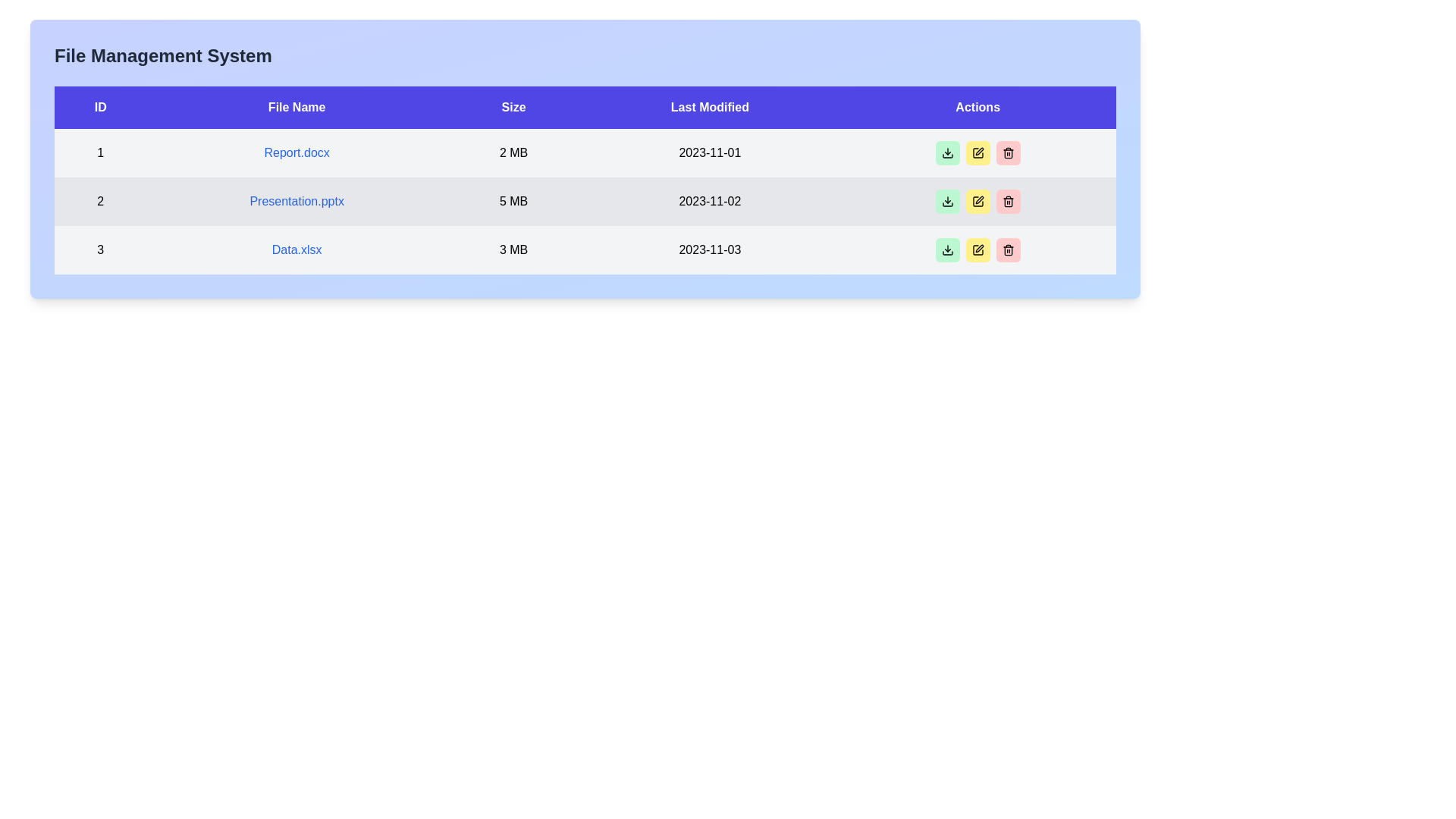 Image resolution: width=1456 pixels, height=819 pixels. Describe the element at coordinates (977, 249) in the screenshot. I see `the second button in the 'Actions' group for the file 'Data.xlsx' to change its appearance` at that location.